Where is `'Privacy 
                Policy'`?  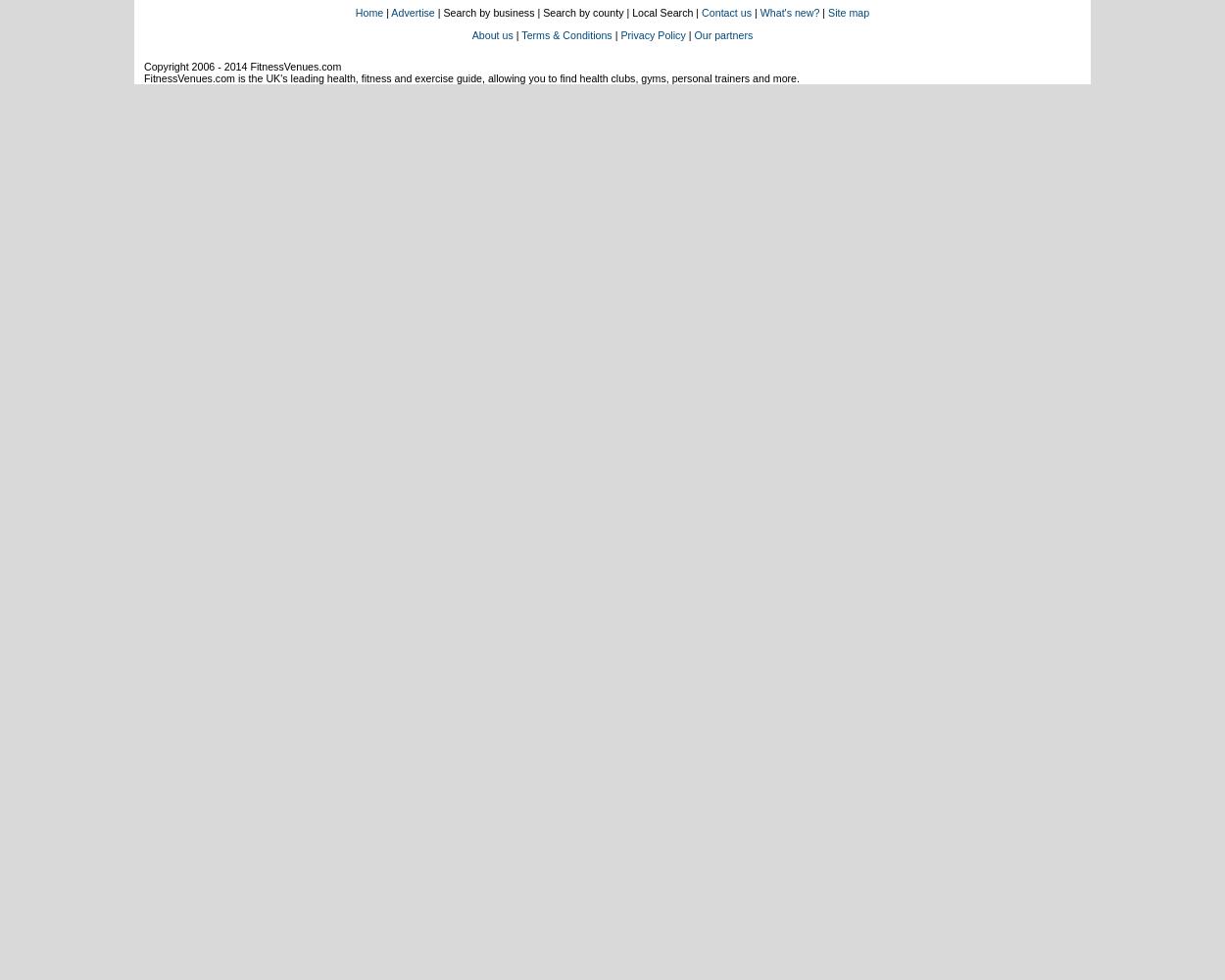 'Privacy 
                Policy' is located at coordinates (620, 35).